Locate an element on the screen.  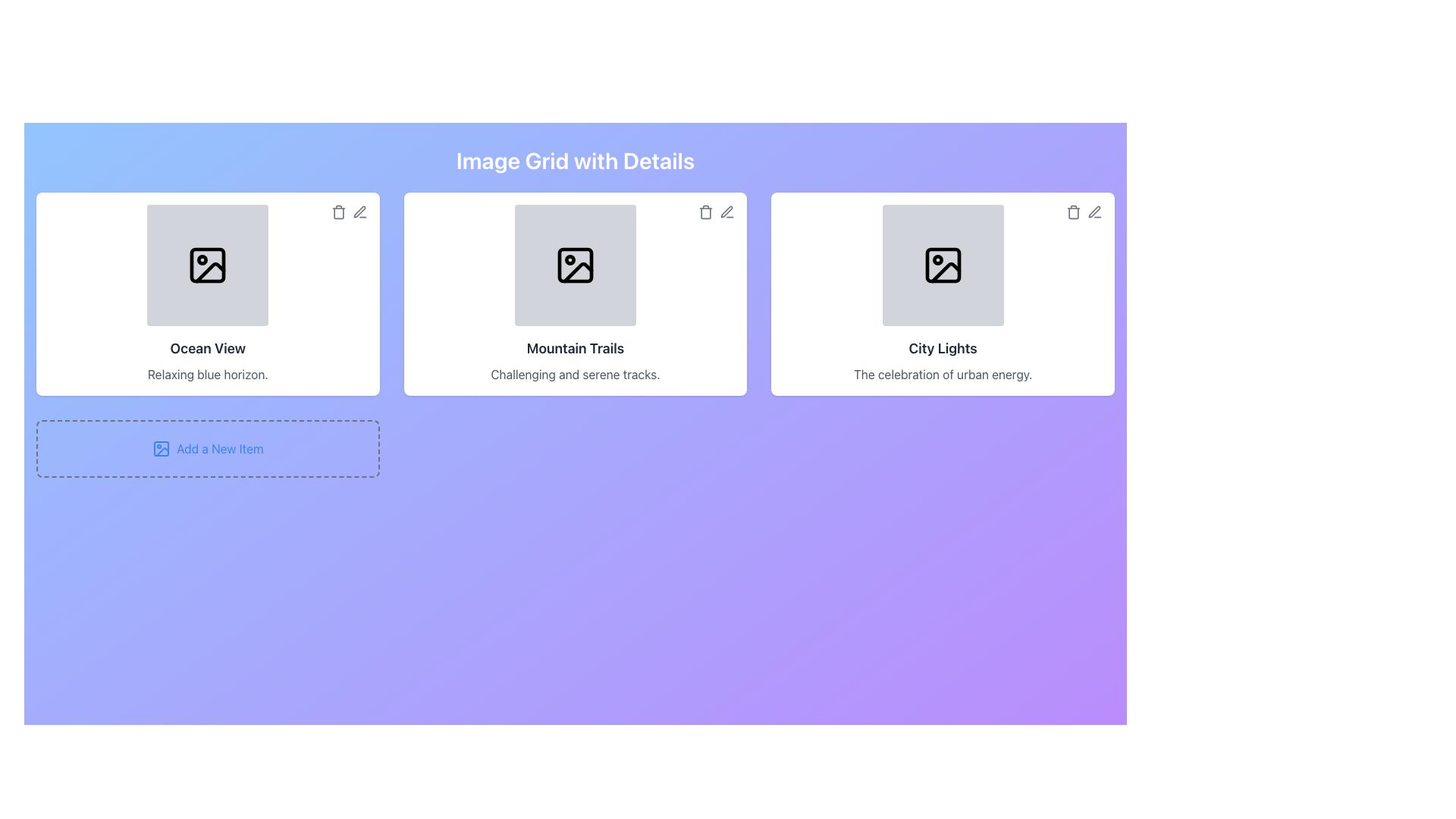
the text label 'Mountain Trails' located in the middle card of the three-column grid is located at coordinates (574, 348).